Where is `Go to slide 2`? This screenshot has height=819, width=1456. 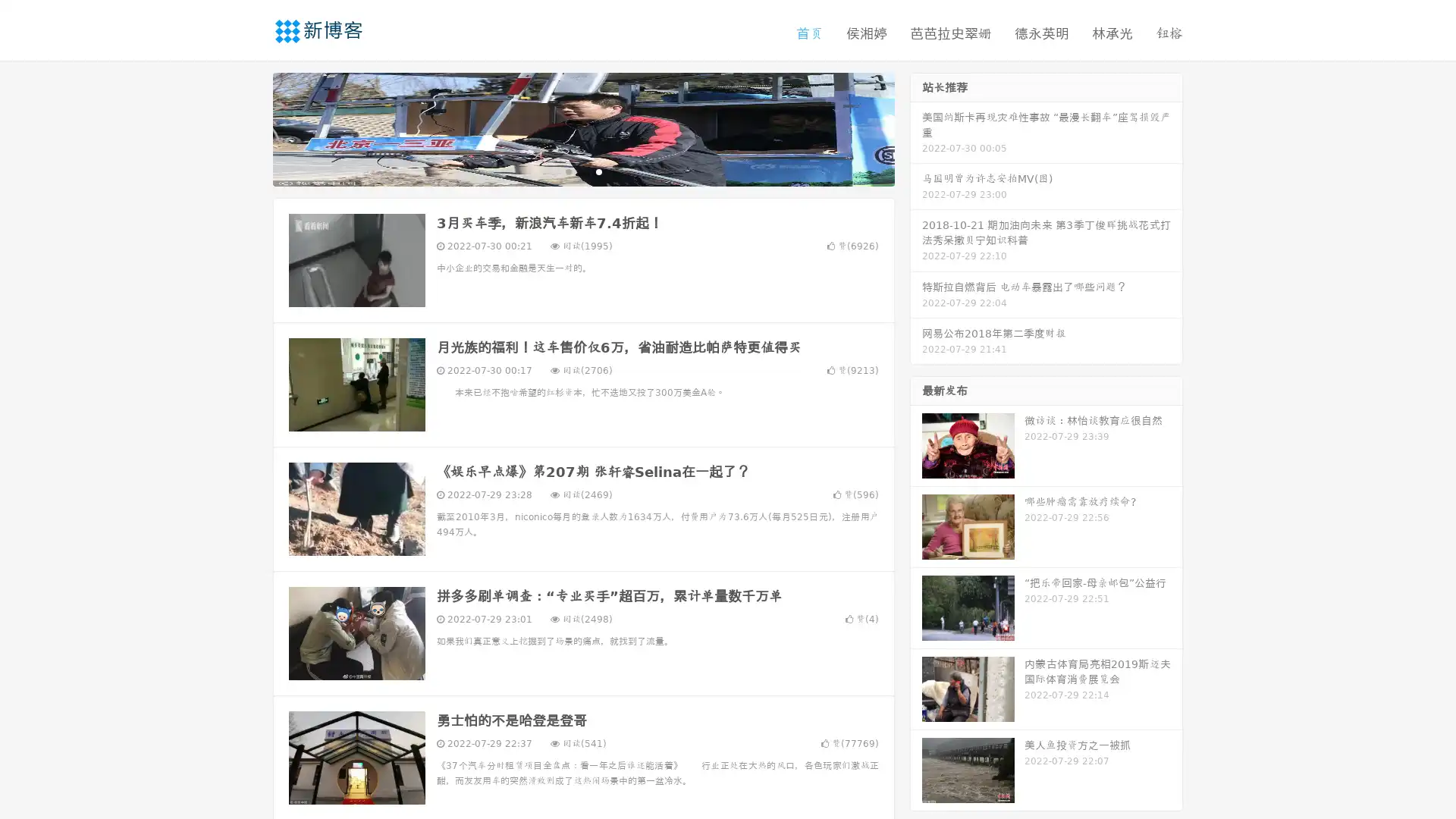
Go to slide 2 is located at coordinates (582, 171).